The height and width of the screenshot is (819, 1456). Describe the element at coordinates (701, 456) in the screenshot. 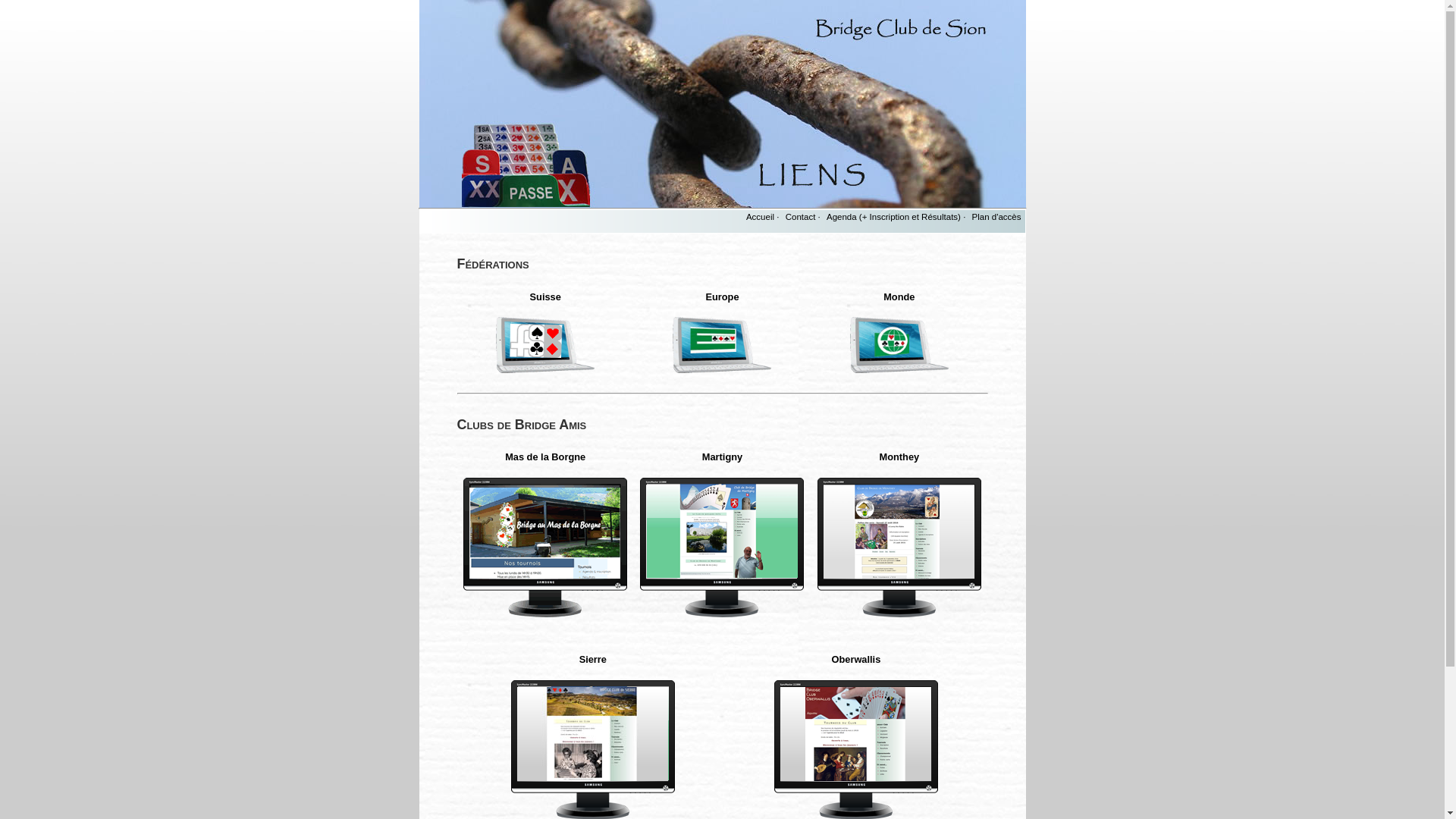

I see `'Martigny'` at that location.